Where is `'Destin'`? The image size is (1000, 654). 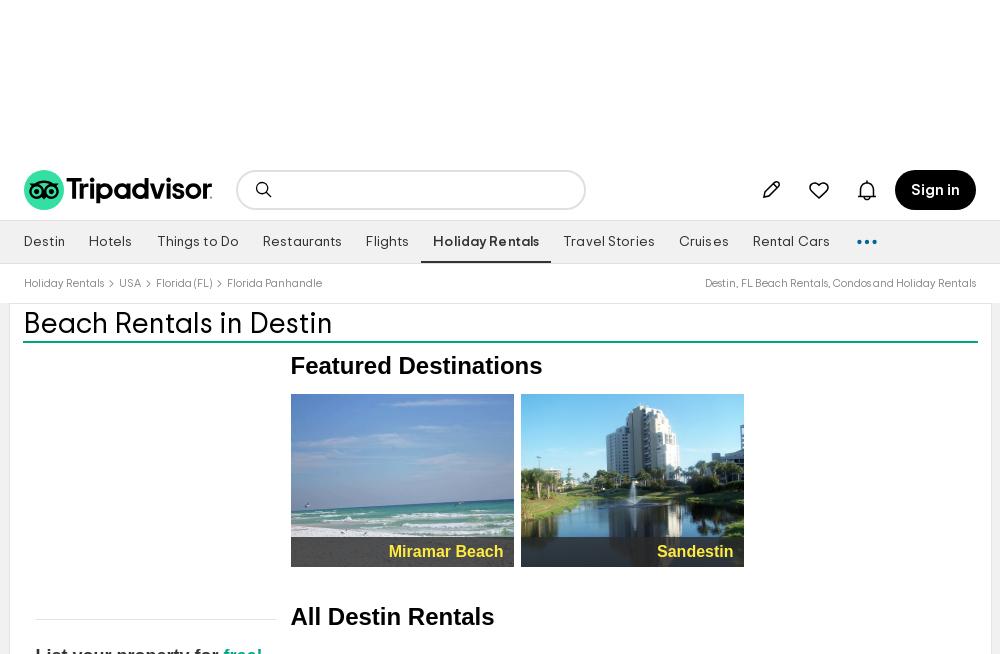
'Destin' is located at coordinates (24, 241).